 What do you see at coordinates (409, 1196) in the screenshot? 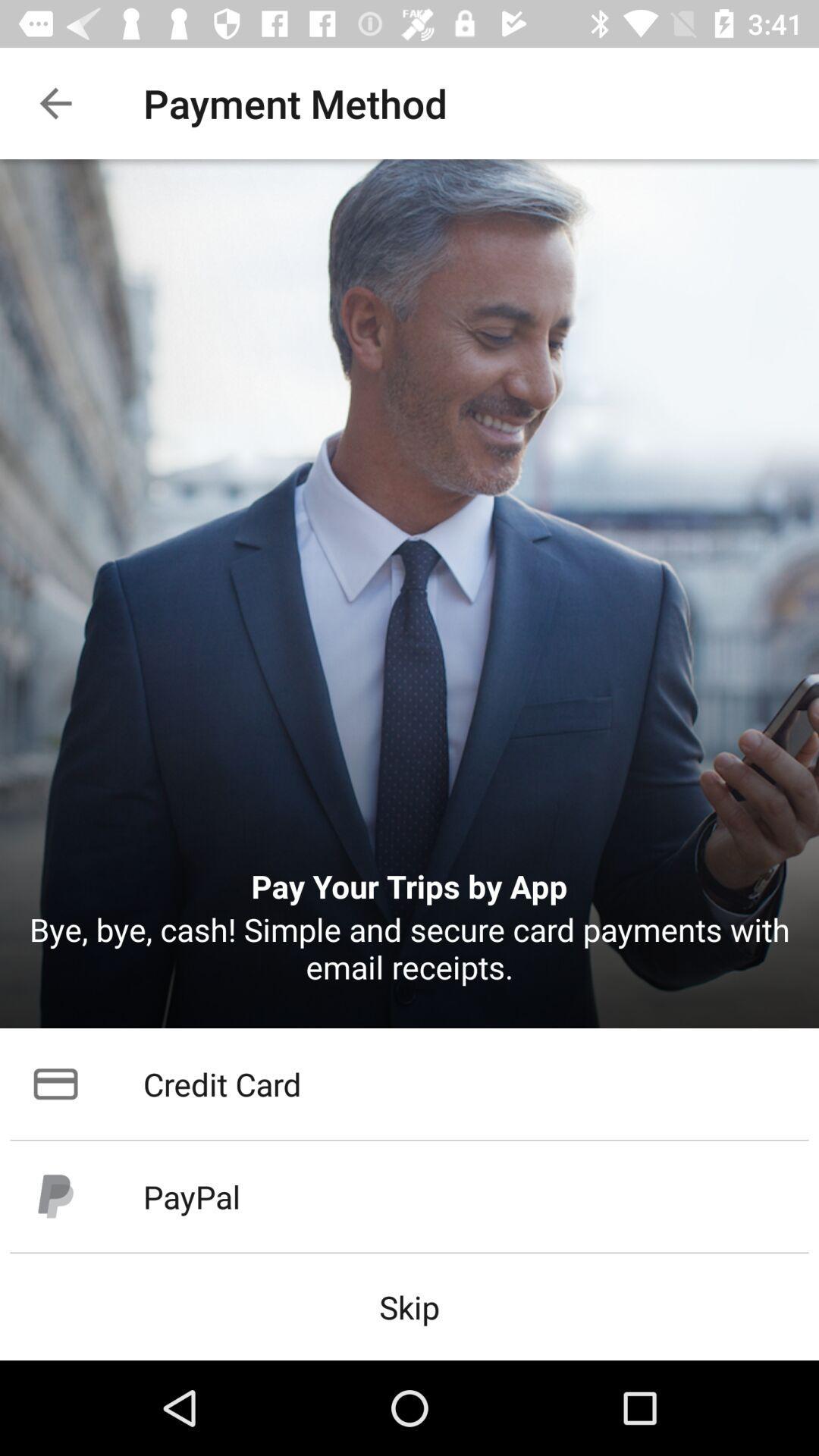
I see `the item below credit card icon` at bounding box center [409, 1196].